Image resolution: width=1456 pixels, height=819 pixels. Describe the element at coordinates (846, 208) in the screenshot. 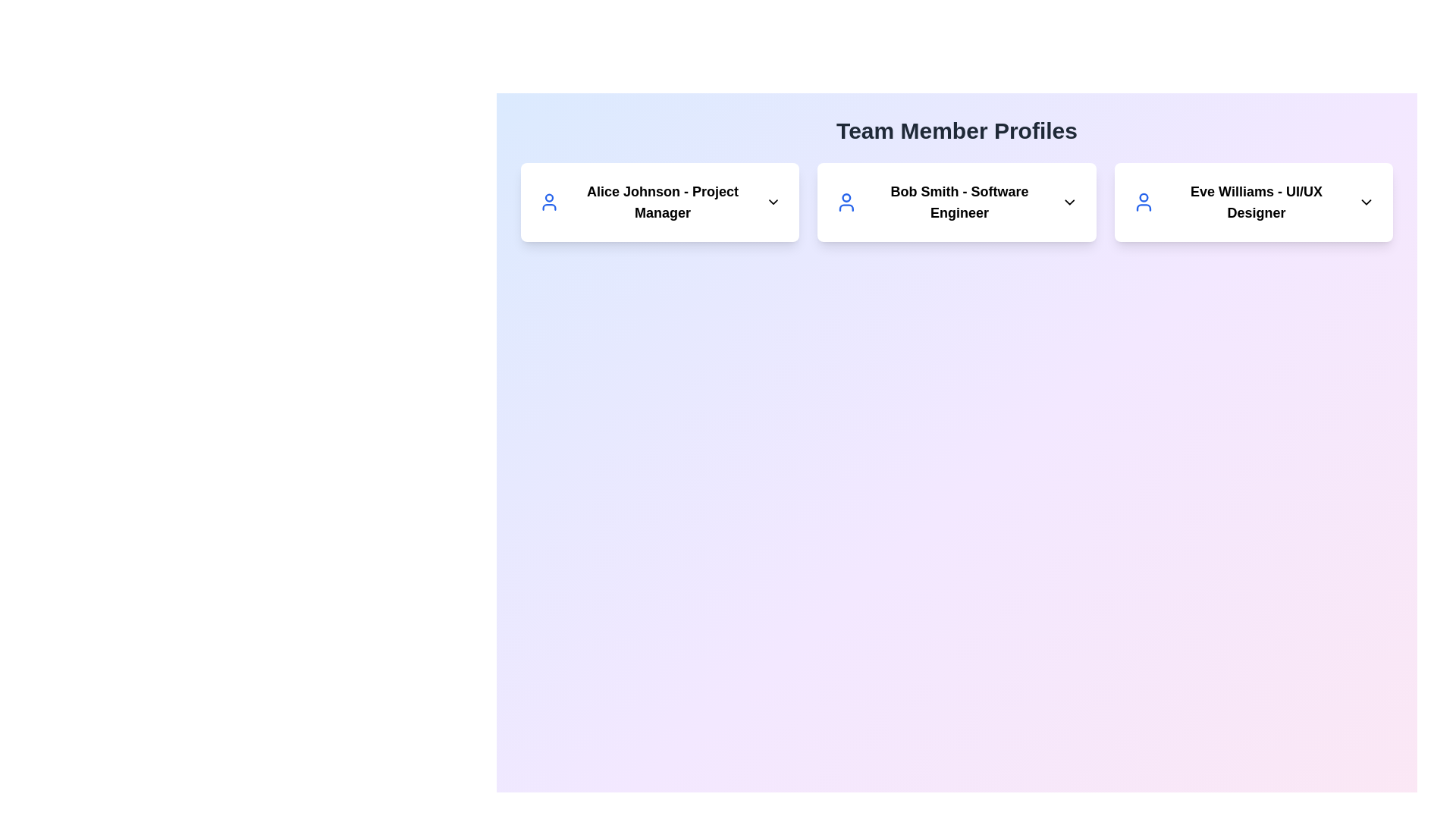

I see `SVG properties of the torso element in the user icon for 'Bob Smith - Software Engineer', located at the center of the profile card's icon area` at that location.